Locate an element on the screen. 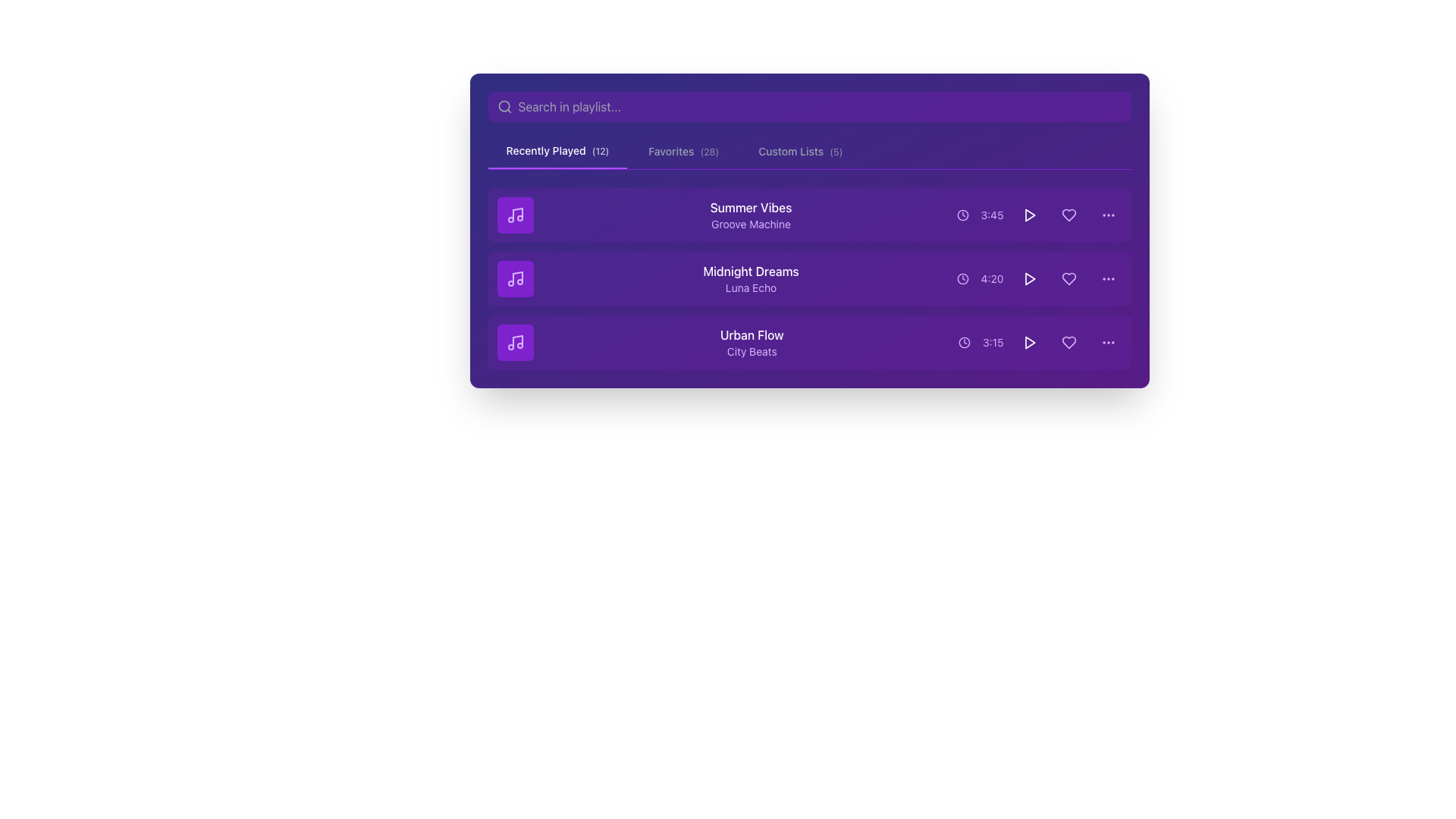  the clock icon with a purple hue located beside the time text '3:45' for the song 'Summer Vibes' to obtain context is located at coordinates (962, 215).